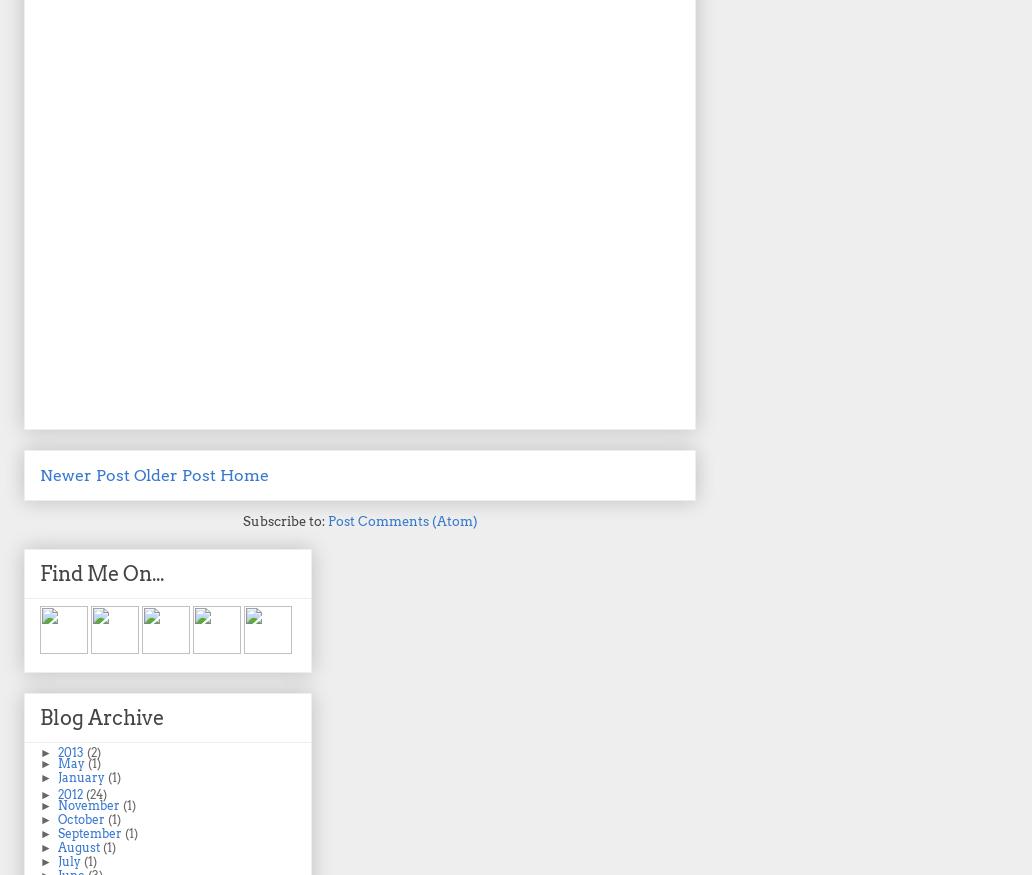  Describe the element at coordinates (92, 751) in the screenshot. I see `'(2)'` at that location.